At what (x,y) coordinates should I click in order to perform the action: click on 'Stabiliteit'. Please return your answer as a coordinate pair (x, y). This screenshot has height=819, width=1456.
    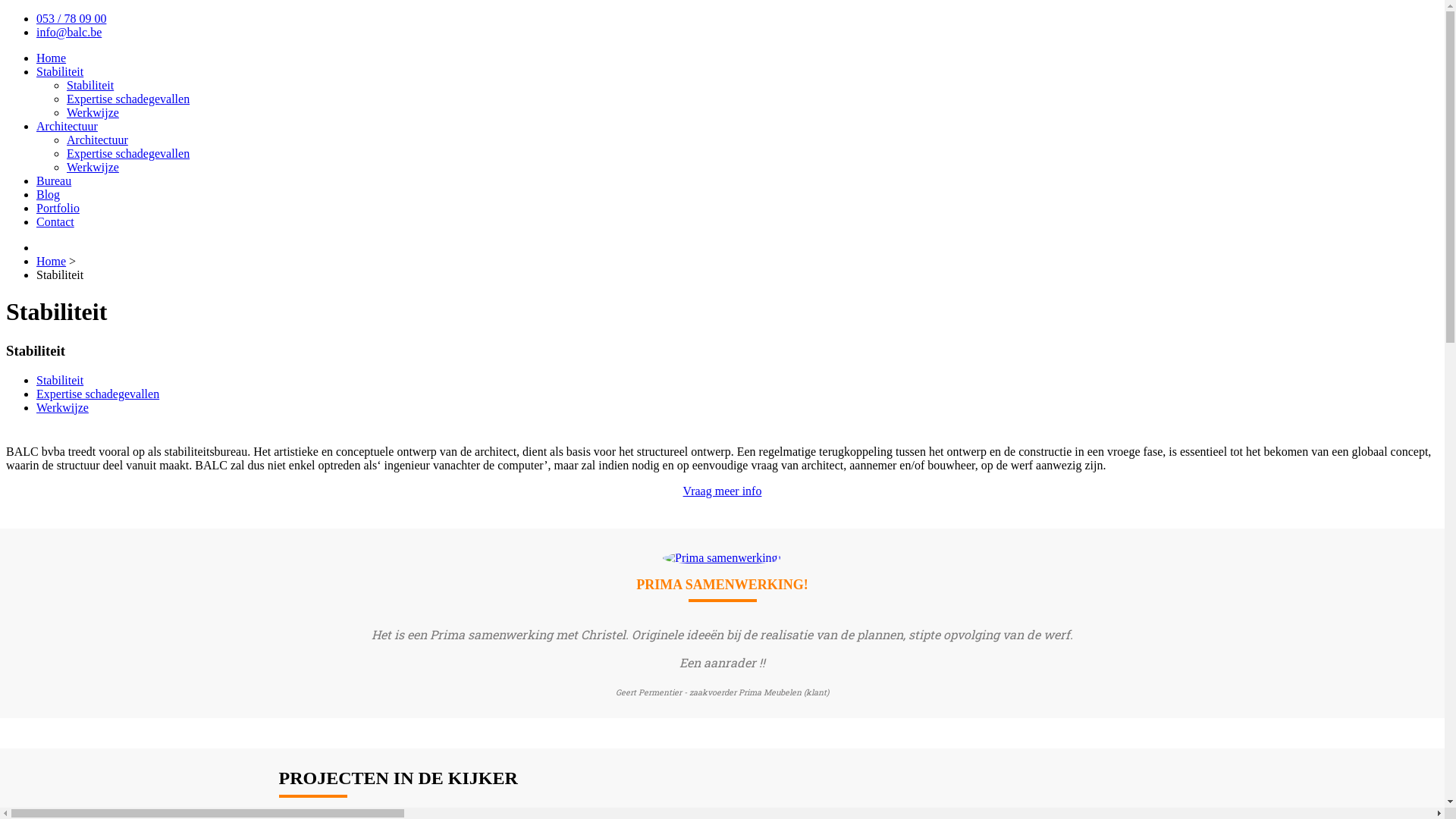
    Looking at the image, I should click on (89, 85).